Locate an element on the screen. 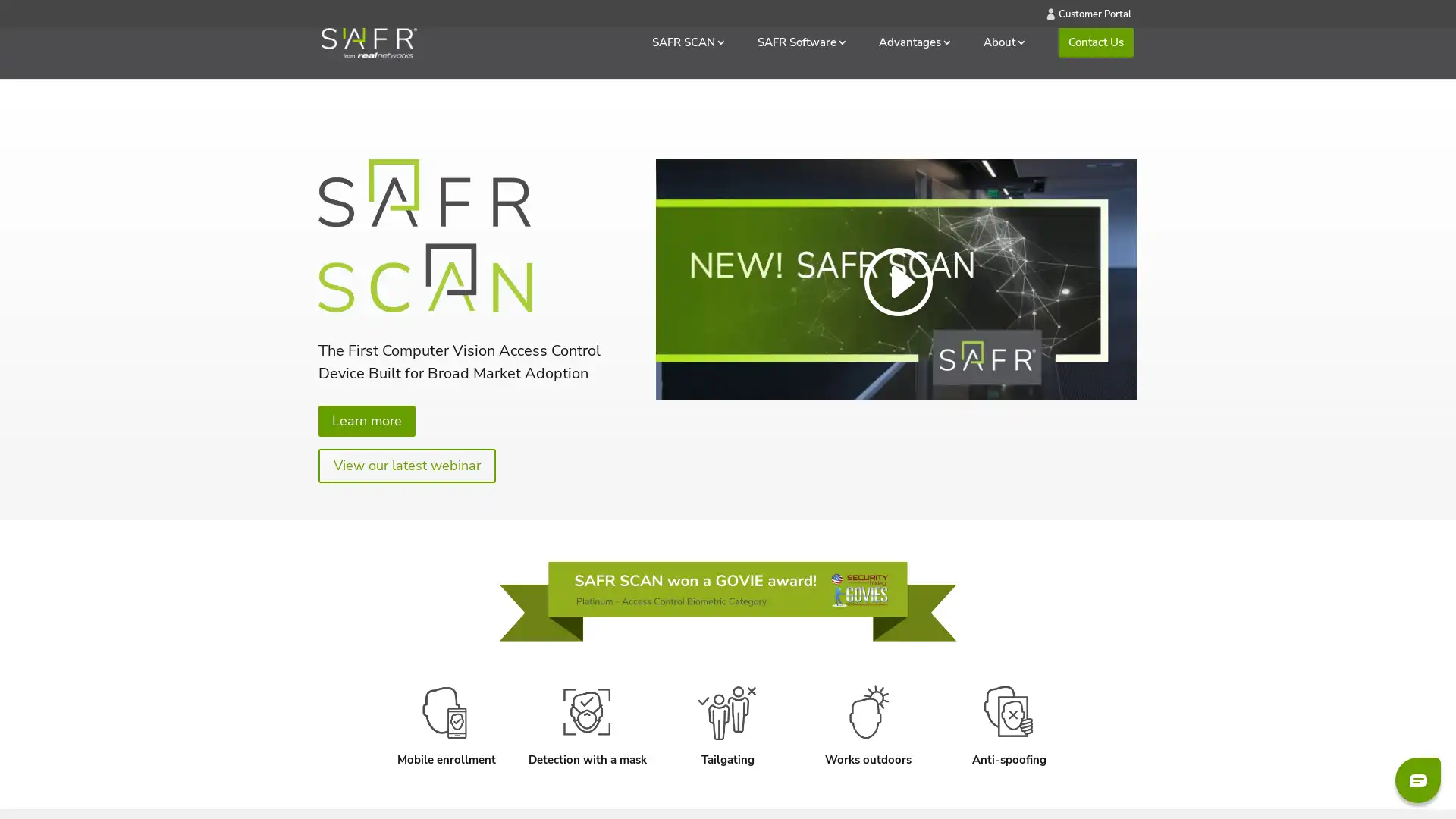 This screenshot has width=1456, height=819. play is located at coordinates (673, 362).